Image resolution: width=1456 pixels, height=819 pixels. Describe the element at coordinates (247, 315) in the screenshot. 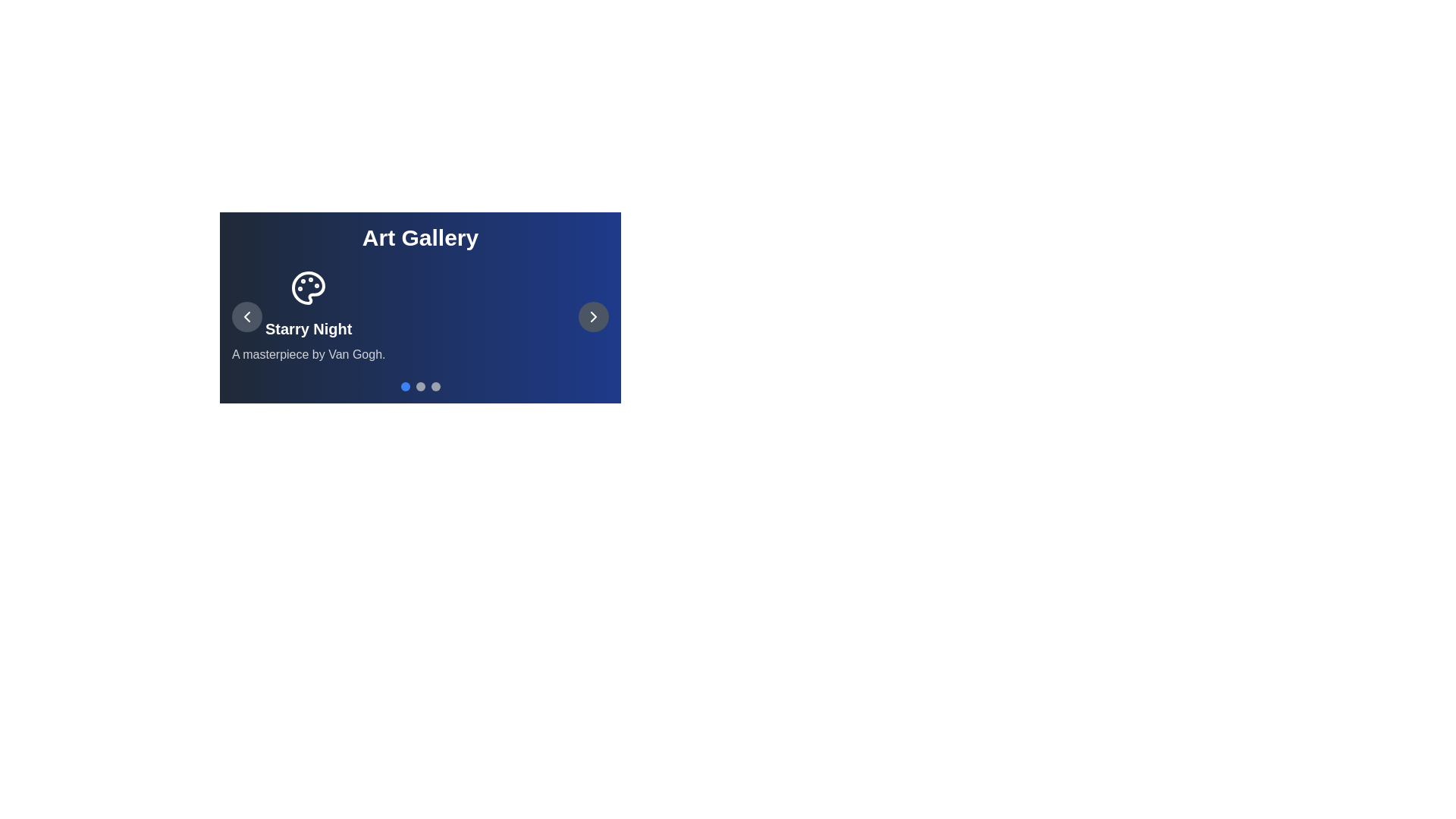

I see `left navigation button to navigate to the previous artwork` at that location.